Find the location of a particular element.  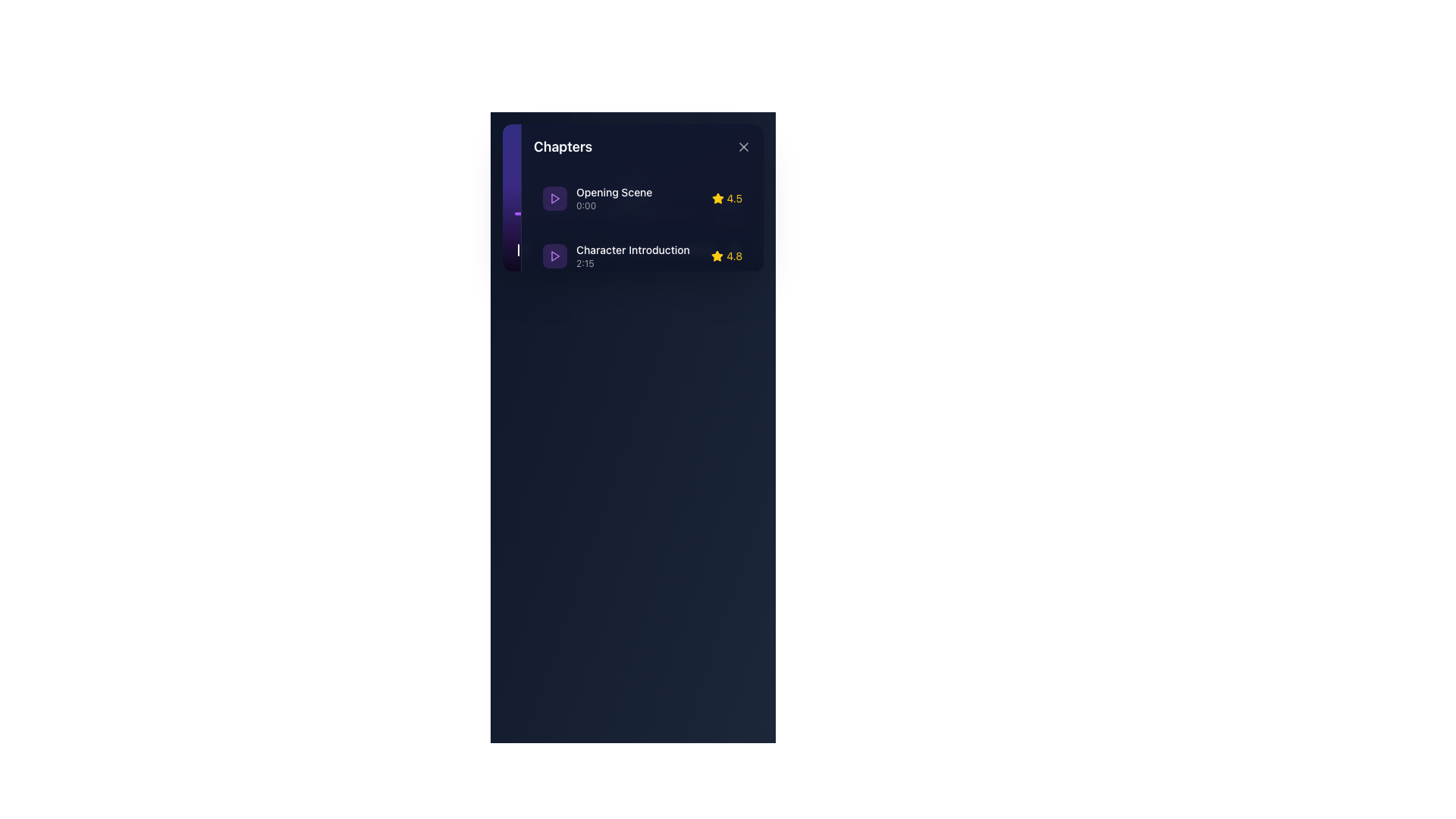

the interactive list item displaying the chapter titled 'Opening Scene' with a rating of 4.5 is located at coordinates (642, 196).